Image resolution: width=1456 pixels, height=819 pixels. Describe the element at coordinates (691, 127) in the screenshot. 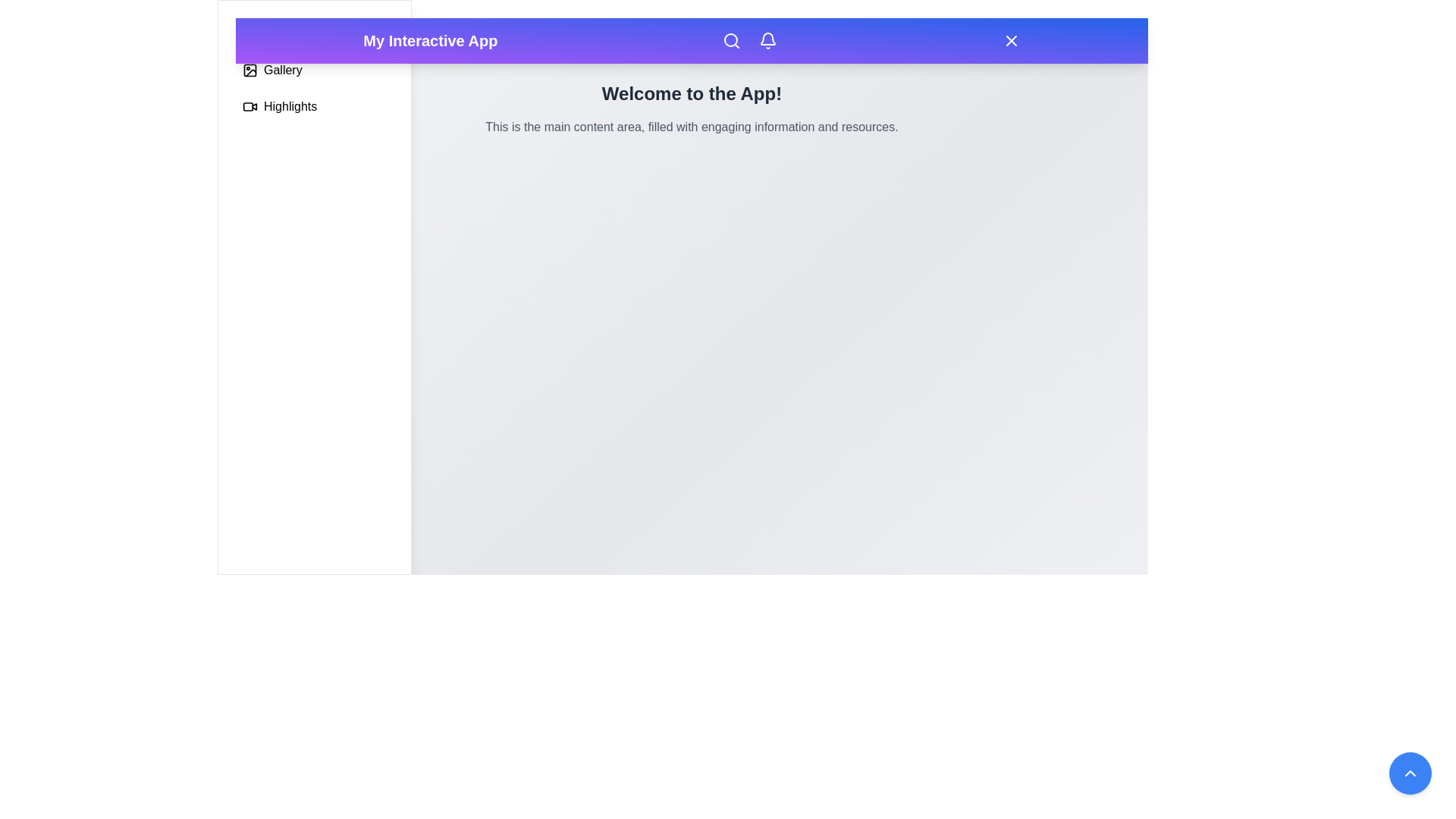

I see `the text paragraph styled in gray color, located below the title 'Welcome to the App!', to engage with surrounding elements` at that location.